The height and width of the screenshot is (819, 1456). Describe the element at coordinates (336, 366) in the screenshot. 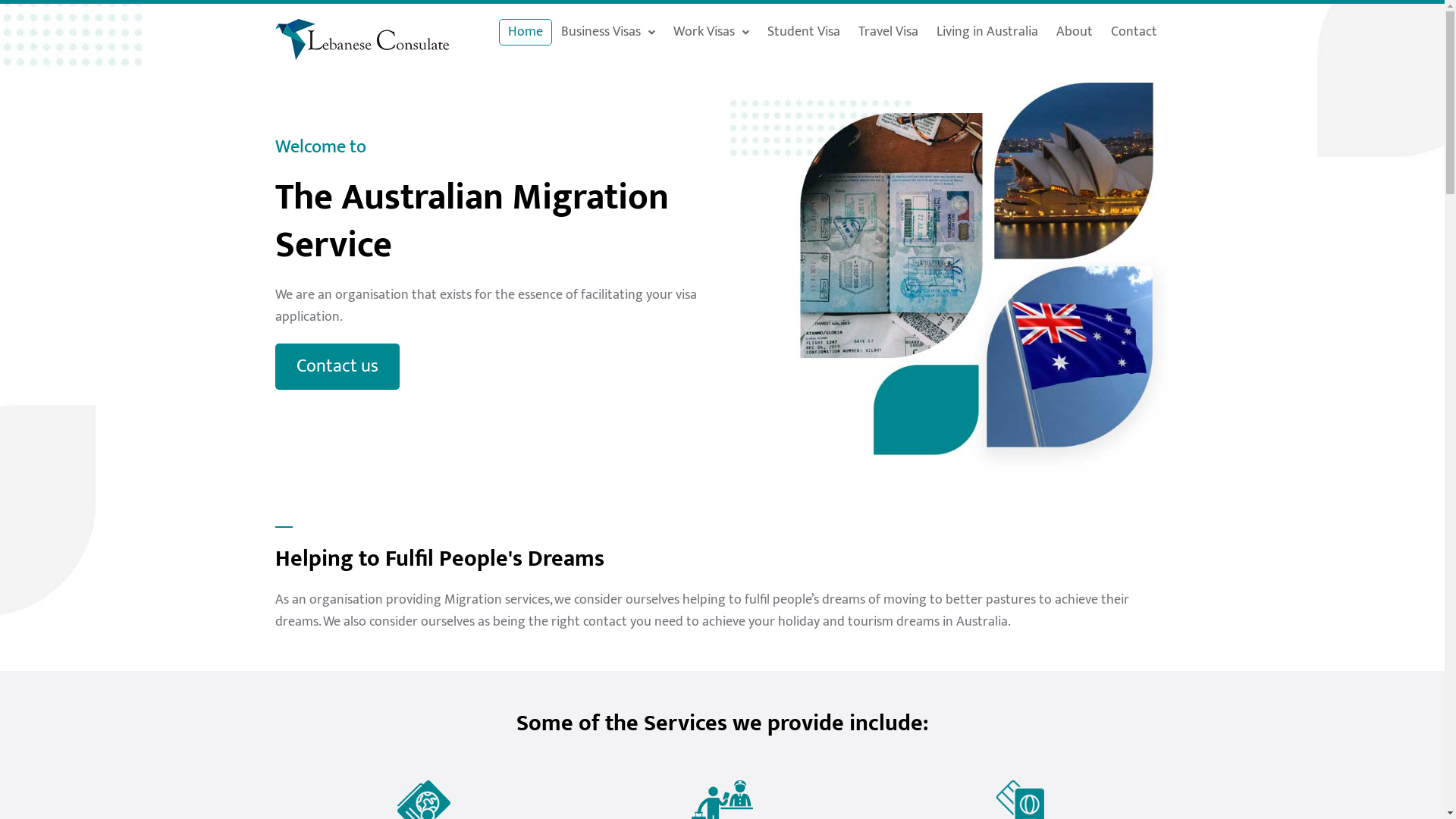

I see `'Contact us'` at that location.